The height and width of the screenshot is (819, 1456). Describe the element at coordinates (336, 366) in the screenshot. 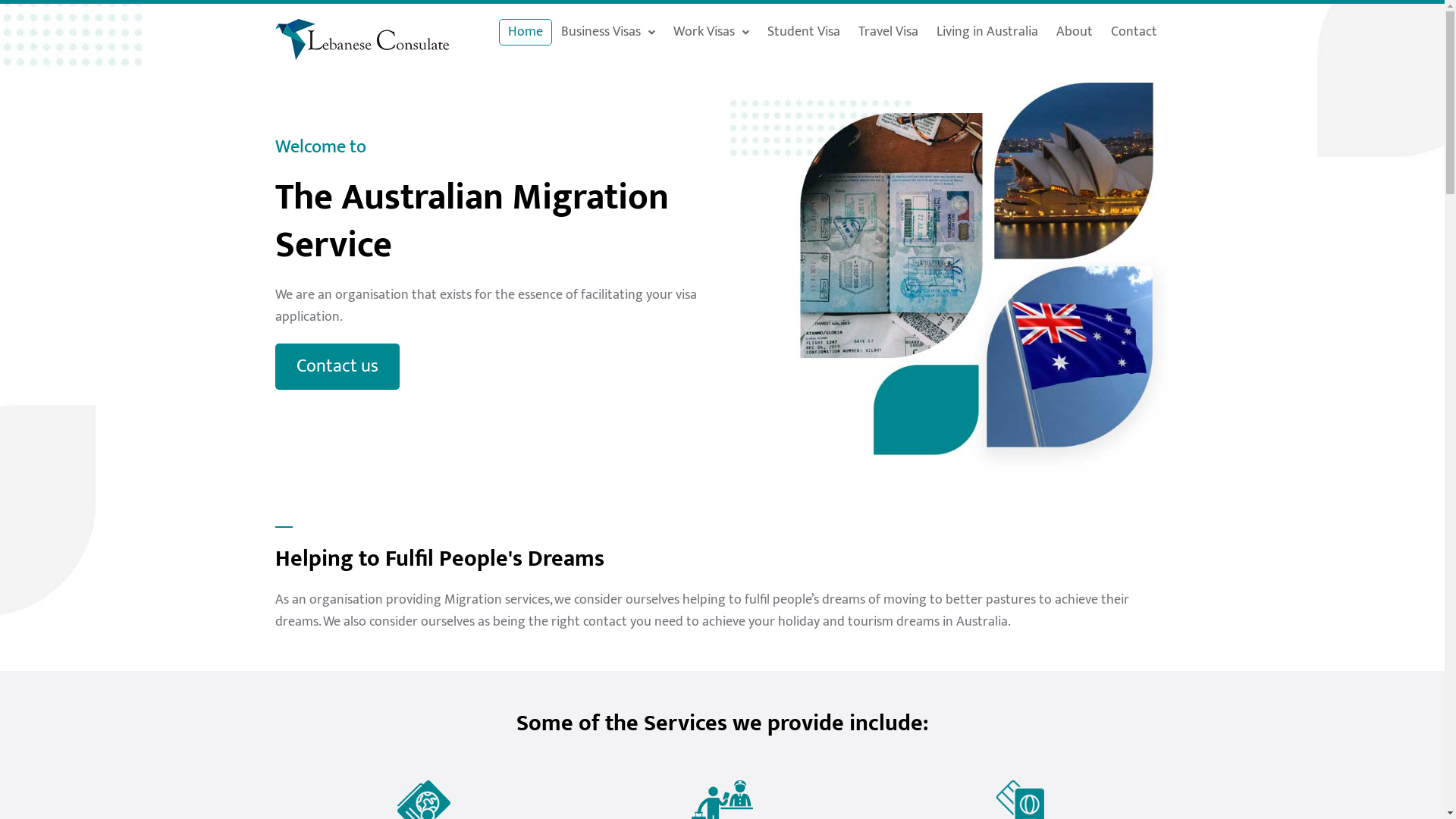

I see `'Contact us'` at that location.